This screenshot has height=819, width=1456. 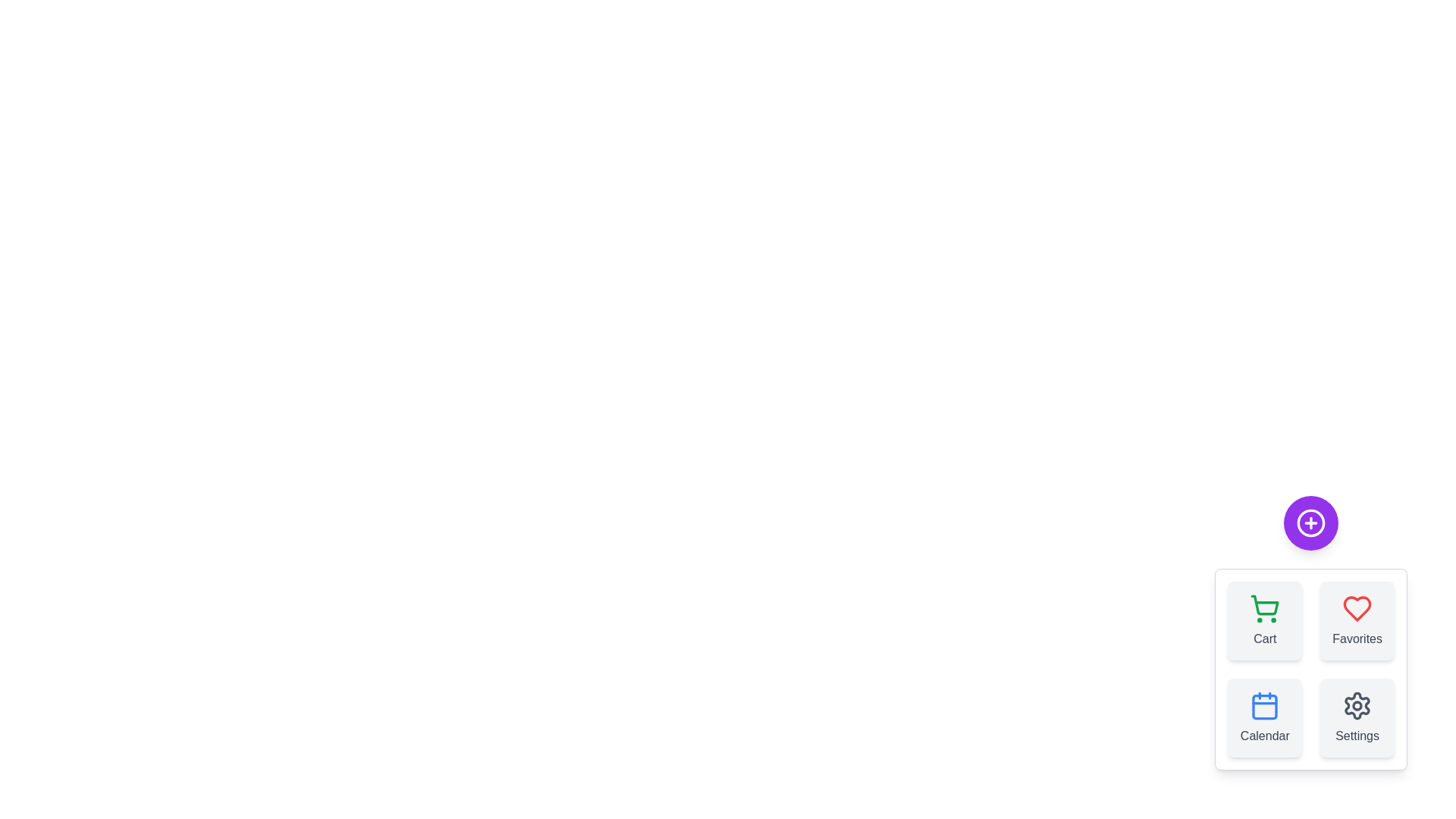 What do you see at coordinates (1265, 620) in the screenshot?
I see `the 'Cart' button` at bounding box center [1265, 620].